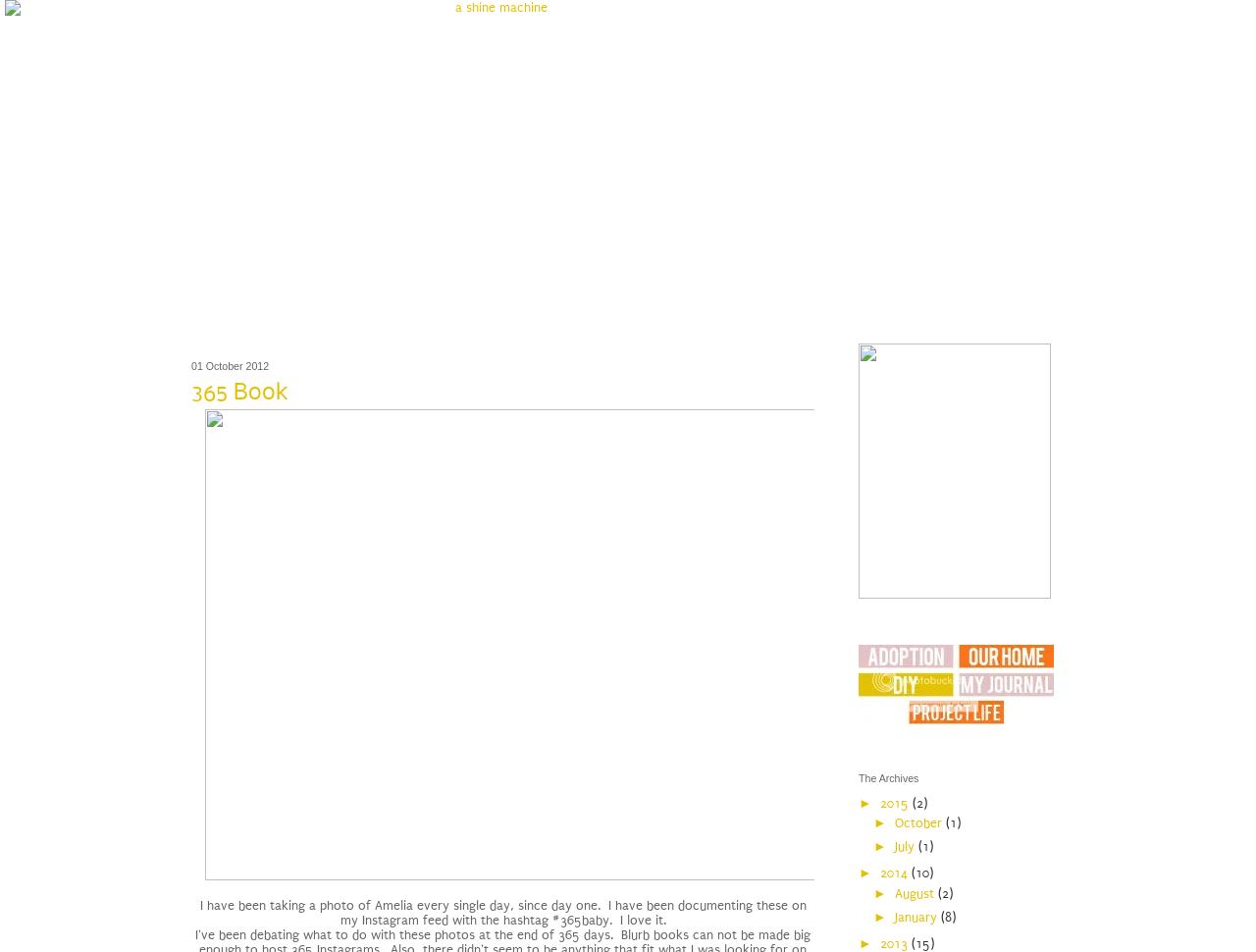 This screenshot has width=1256, height=952. I want to click on '(10)', so click(920, 873).